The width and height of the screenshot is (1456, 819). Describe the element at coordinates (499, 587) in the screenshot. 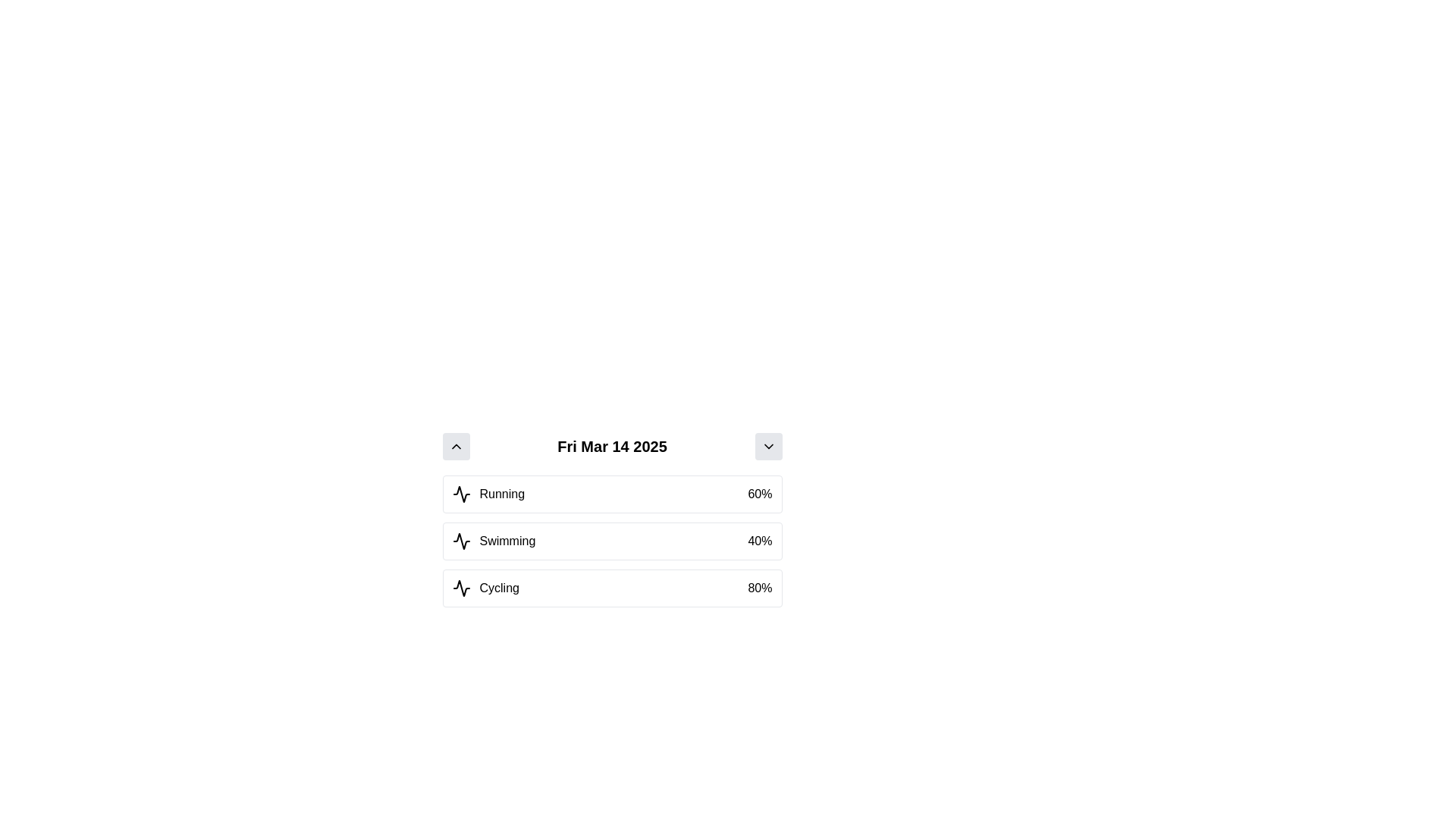

I see `text 'Cycling' from the Text Label element displayed in black font on a white background, located in the third row of the vertical list` at that location.